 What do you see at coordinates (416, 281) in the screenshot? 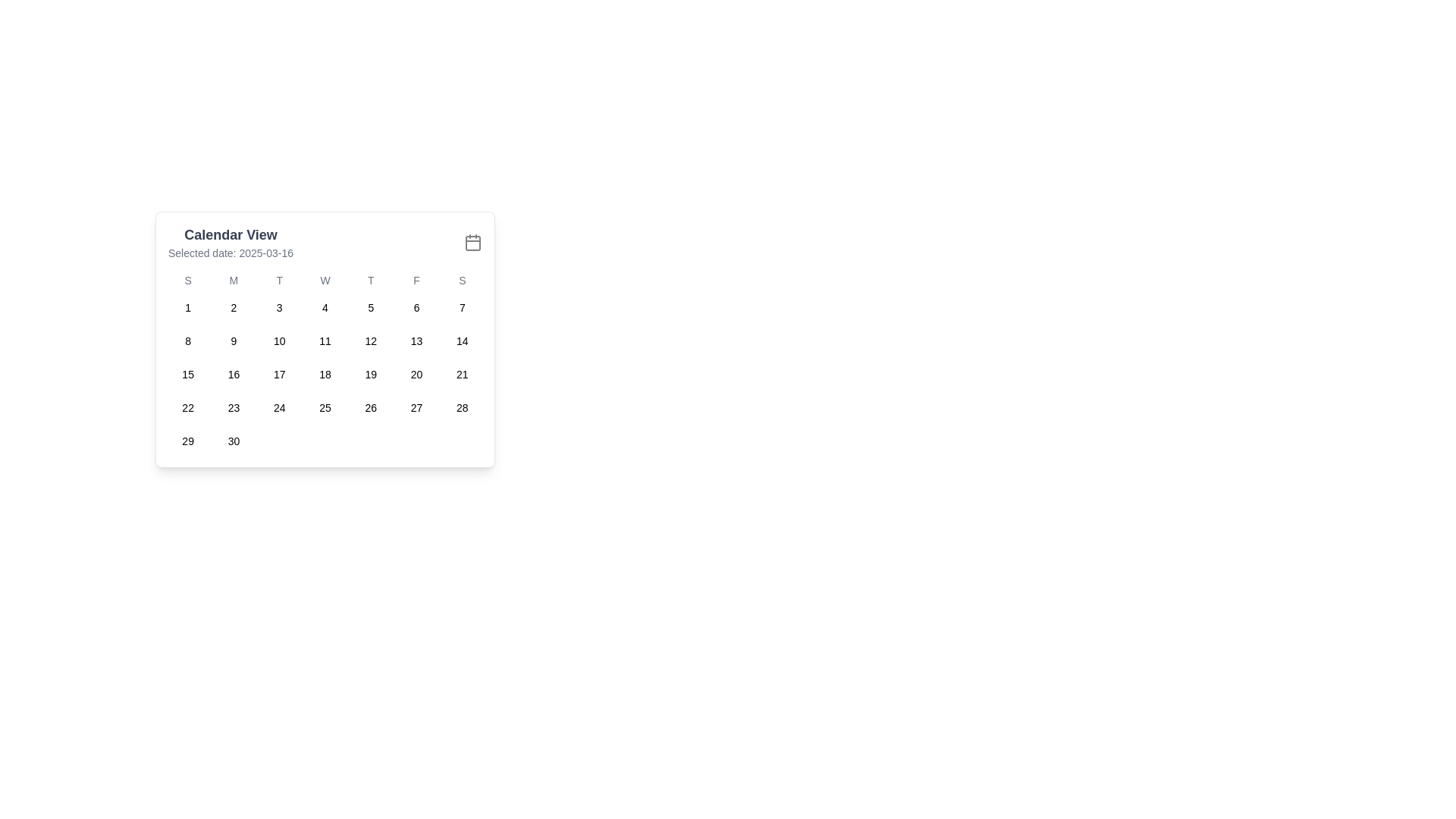
I see `the 'F' character label, which is the sixth character in a row of seven at the top of the calendar view` at bounding box center [416, 281].